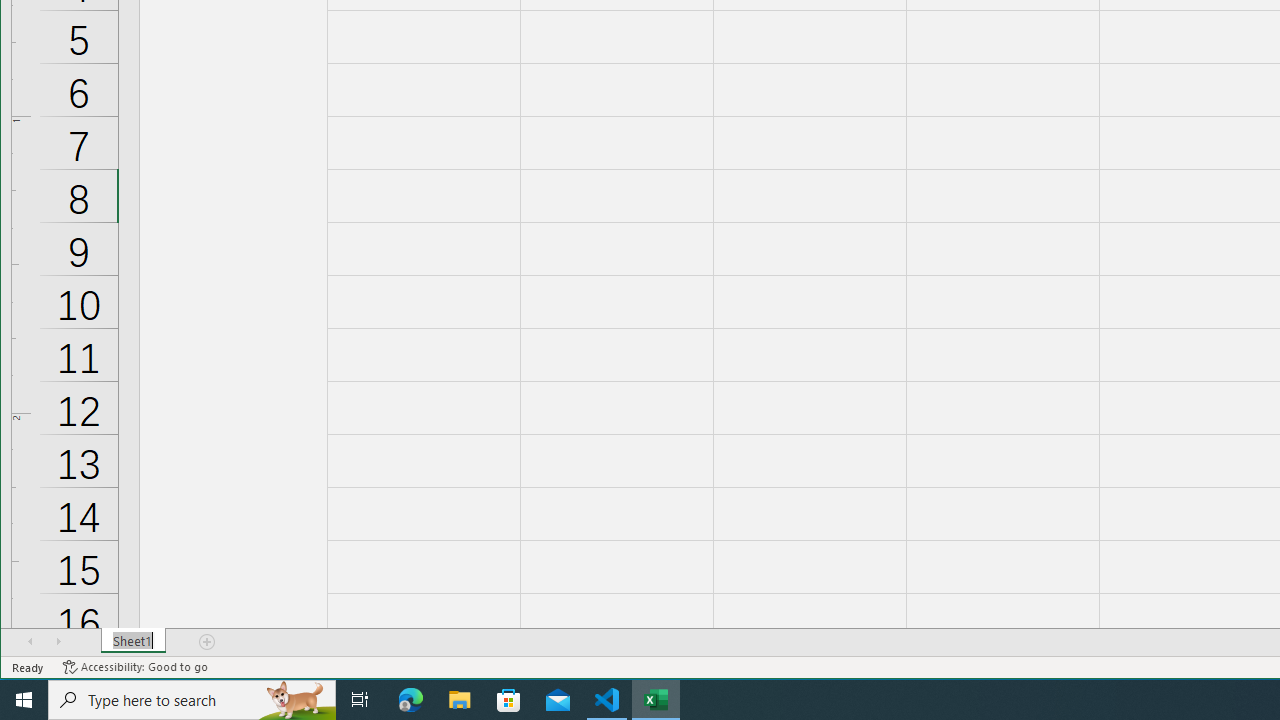 This screenshot has height=720, width=1280. Describe the element at coordinates (294, 698) in the screenshot. I see `'Search highlights icon opens search home window'` at that location.